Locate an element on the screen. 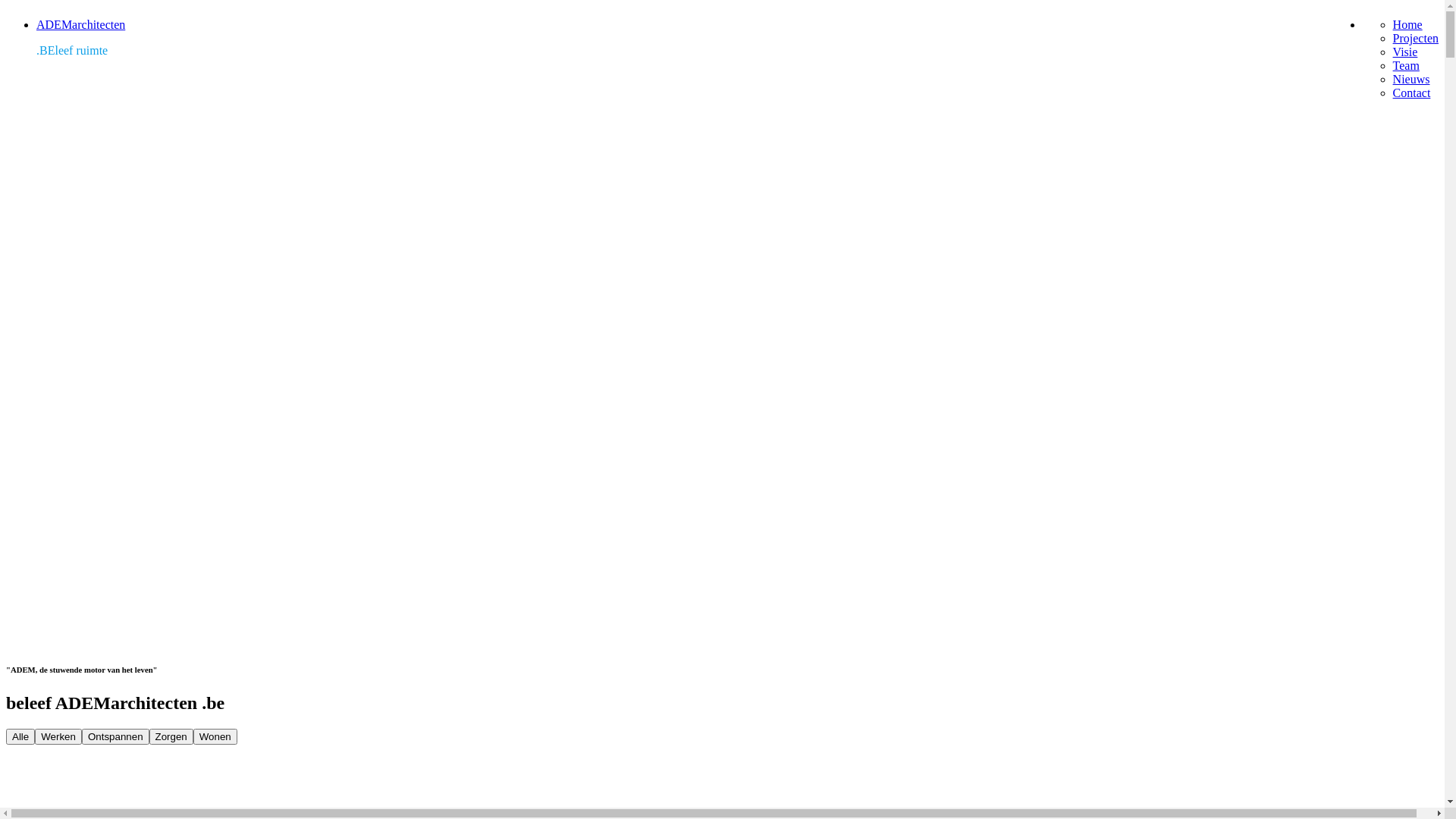 The width and height of the screenshot is (1456, 819). 'Contact' is located at coordinates (1411, 93).